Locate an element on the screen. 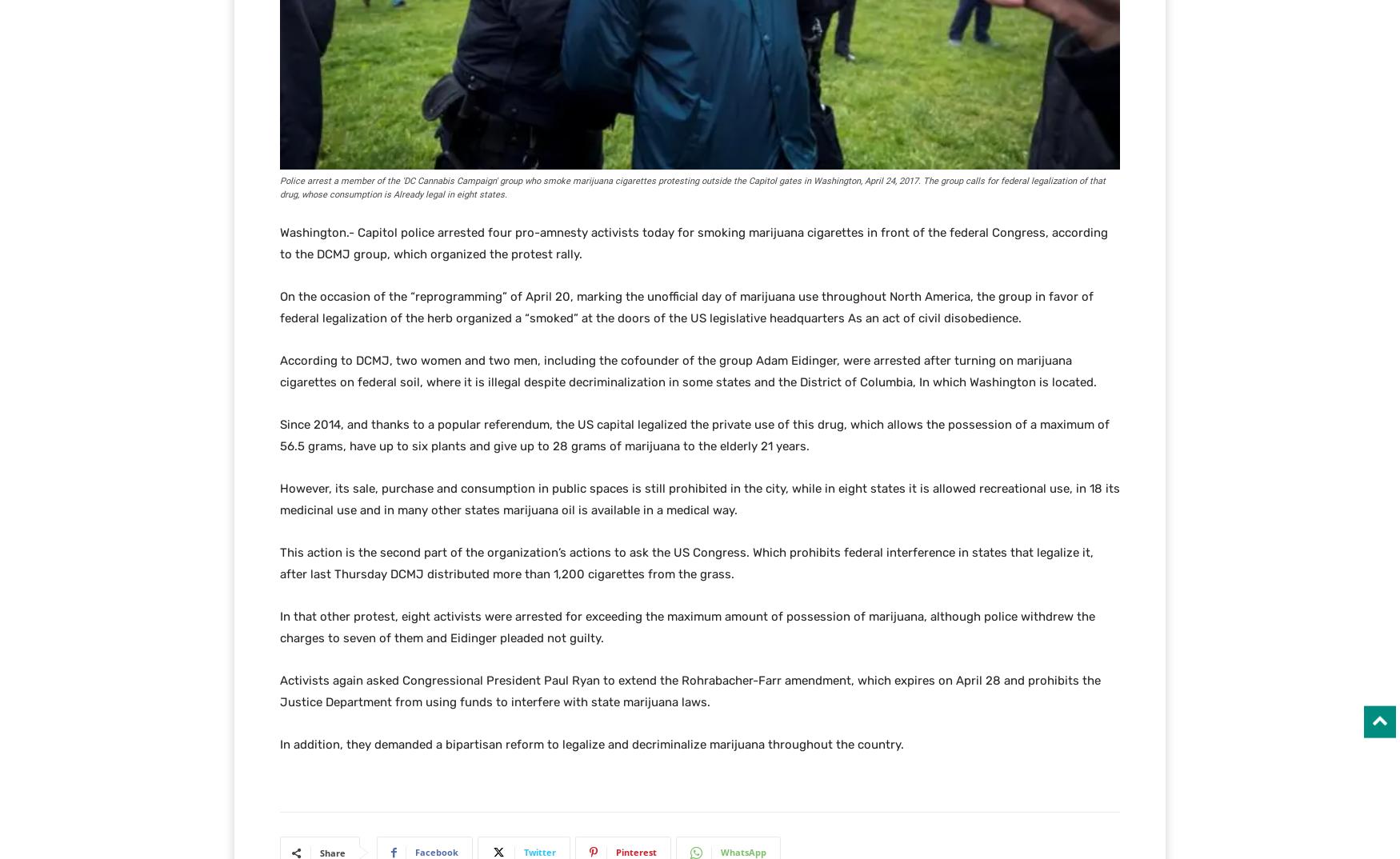  'According to DCMJ, two women and two men, including the cofounder of the group Adam Eidinger, were arrested after turning on marijuana cigarettes on federal soil, where it is illegal despite decriminalization in some states and the District of Columbia, In which Washington is located.' is located at coordinates (280, 370).